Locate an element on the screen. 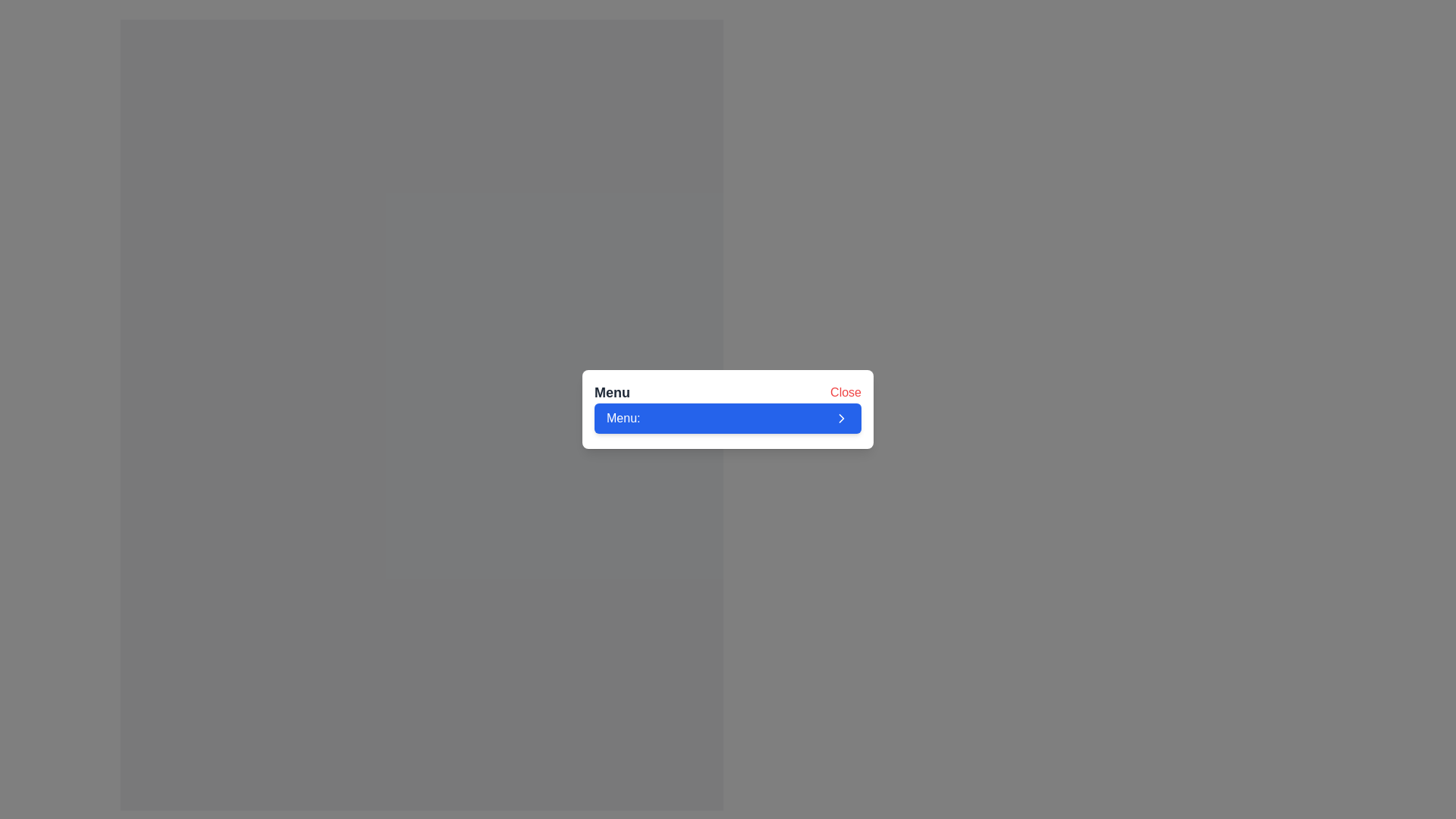 The width and height of the screenshot is (1456, 819). the Text Label located in the top-left corner of the header section, which indicates the title or purpose of the panel is located at coordinates (612, 391).